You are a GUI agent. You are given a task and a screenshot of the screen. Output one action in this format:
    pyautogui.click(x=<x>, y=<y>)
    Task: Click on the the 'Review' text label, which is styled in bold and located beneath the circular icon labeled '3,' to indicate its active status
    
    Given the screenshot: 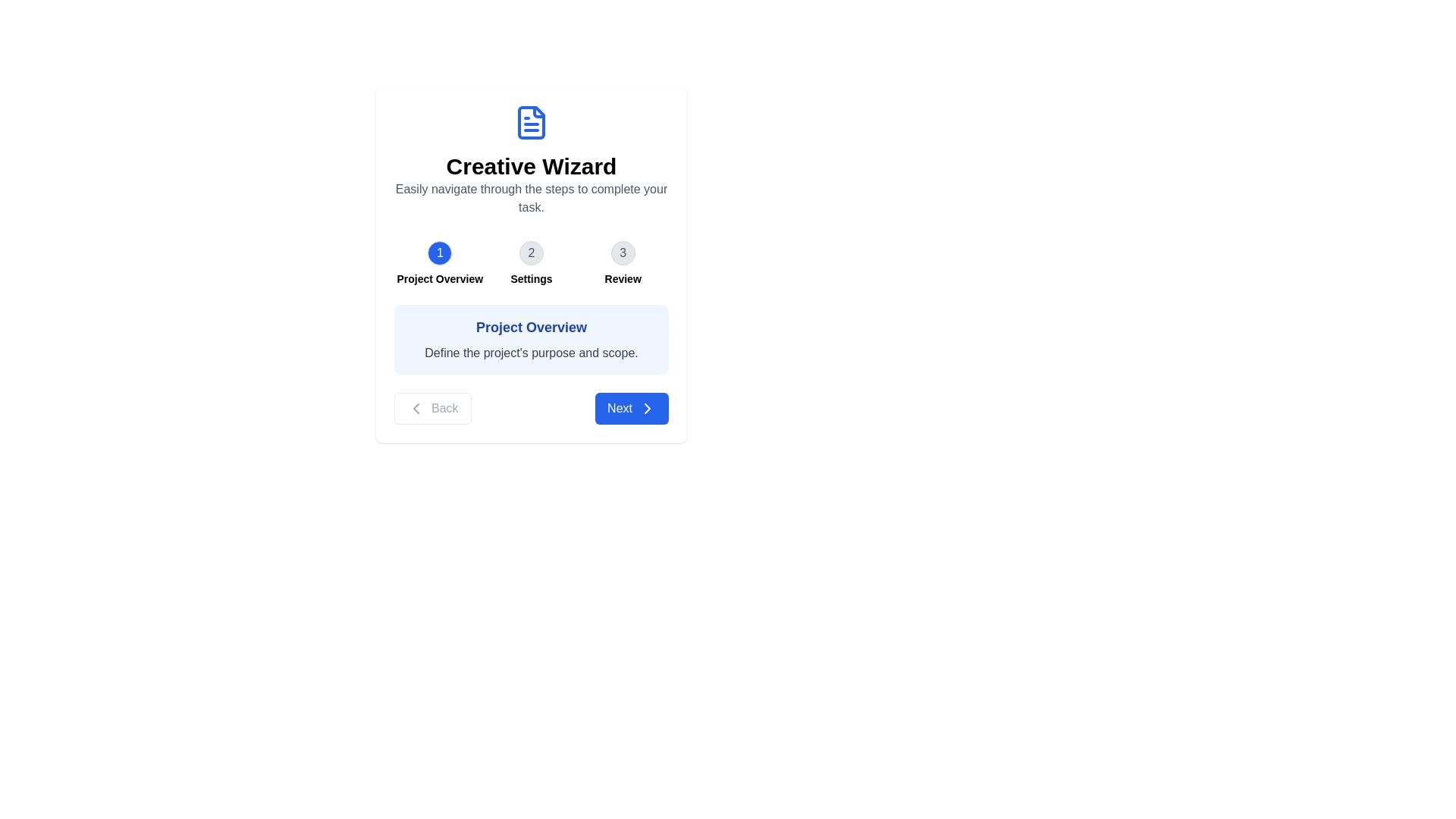 What is the action you would take?
    pyautogui.click(x=623, y=278)
    